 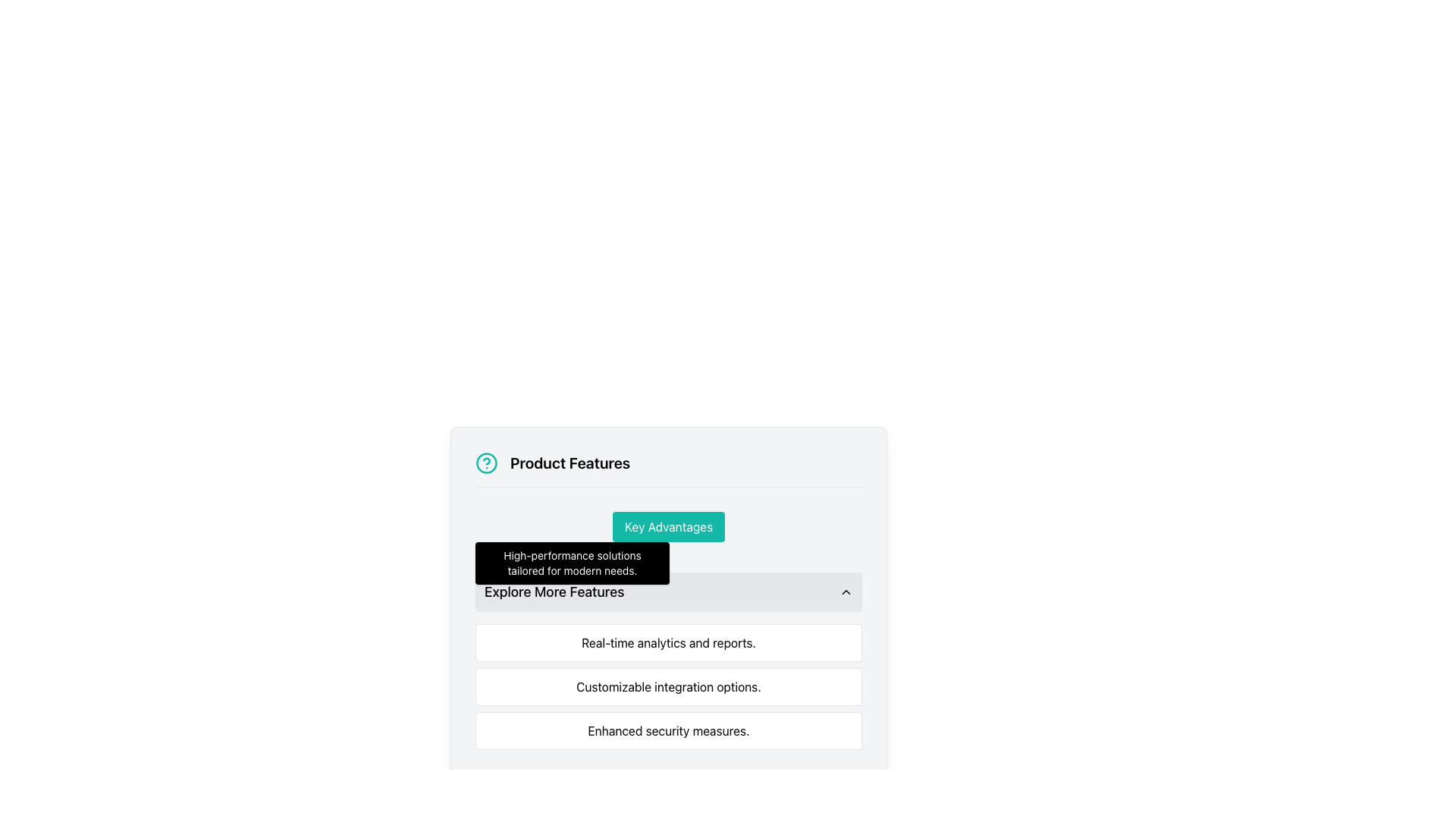 What do you see at coordinates (571, 563) in the screenshot?
I see `the black rectangular tooltip with rounded corners containing the text 'High-performance solutions tailored for modern needs.' positioned below the 'Key Advantages' button in the 'Product Features' section` at bounding box center [571, 563].